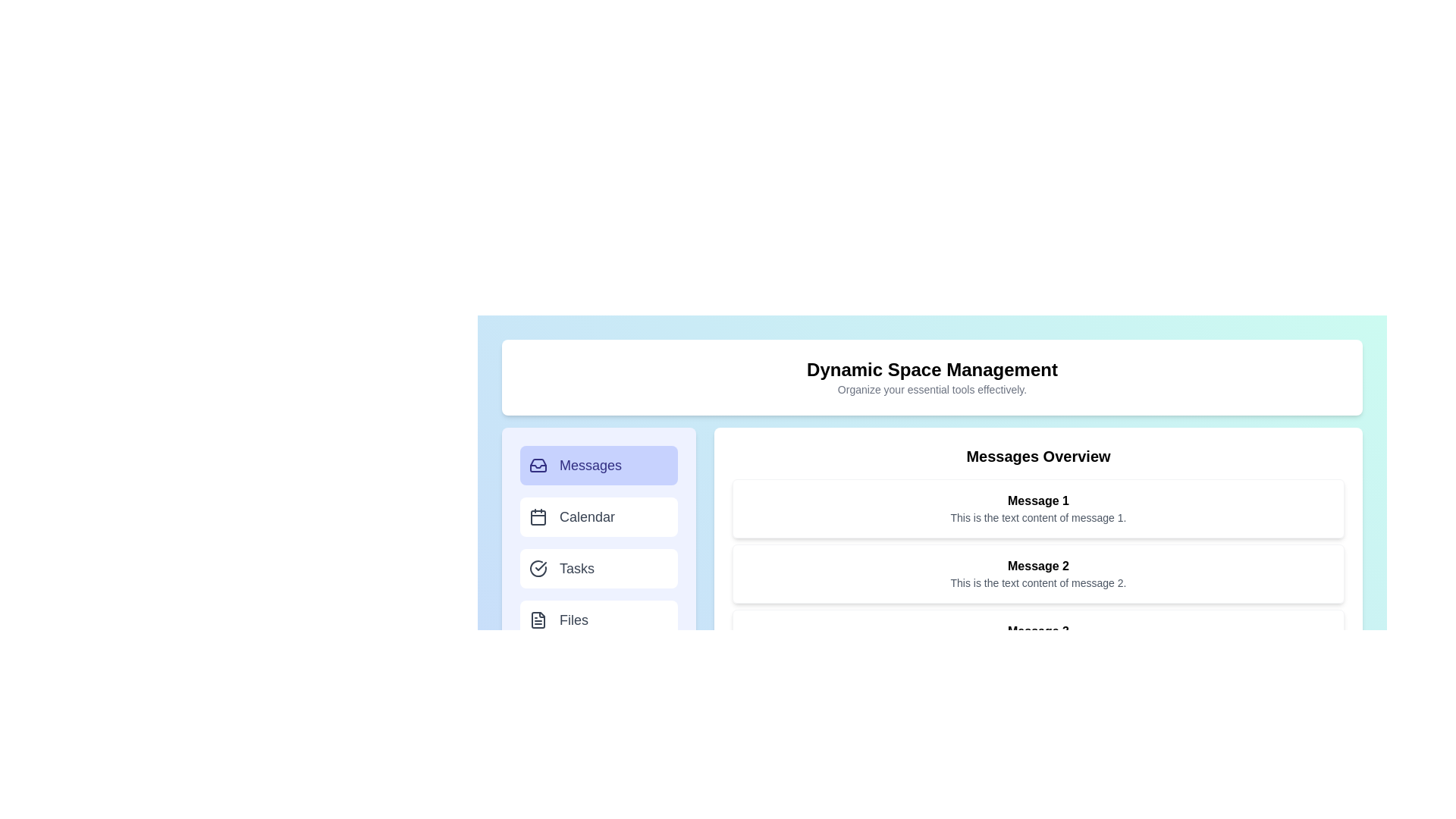 The image size is (1456, 819). I want to click on the 'Files' navigation button located at the bottom of the sidebar list, following 'Messages', 'Calendar', and 'Tasks', so click(598, 620).